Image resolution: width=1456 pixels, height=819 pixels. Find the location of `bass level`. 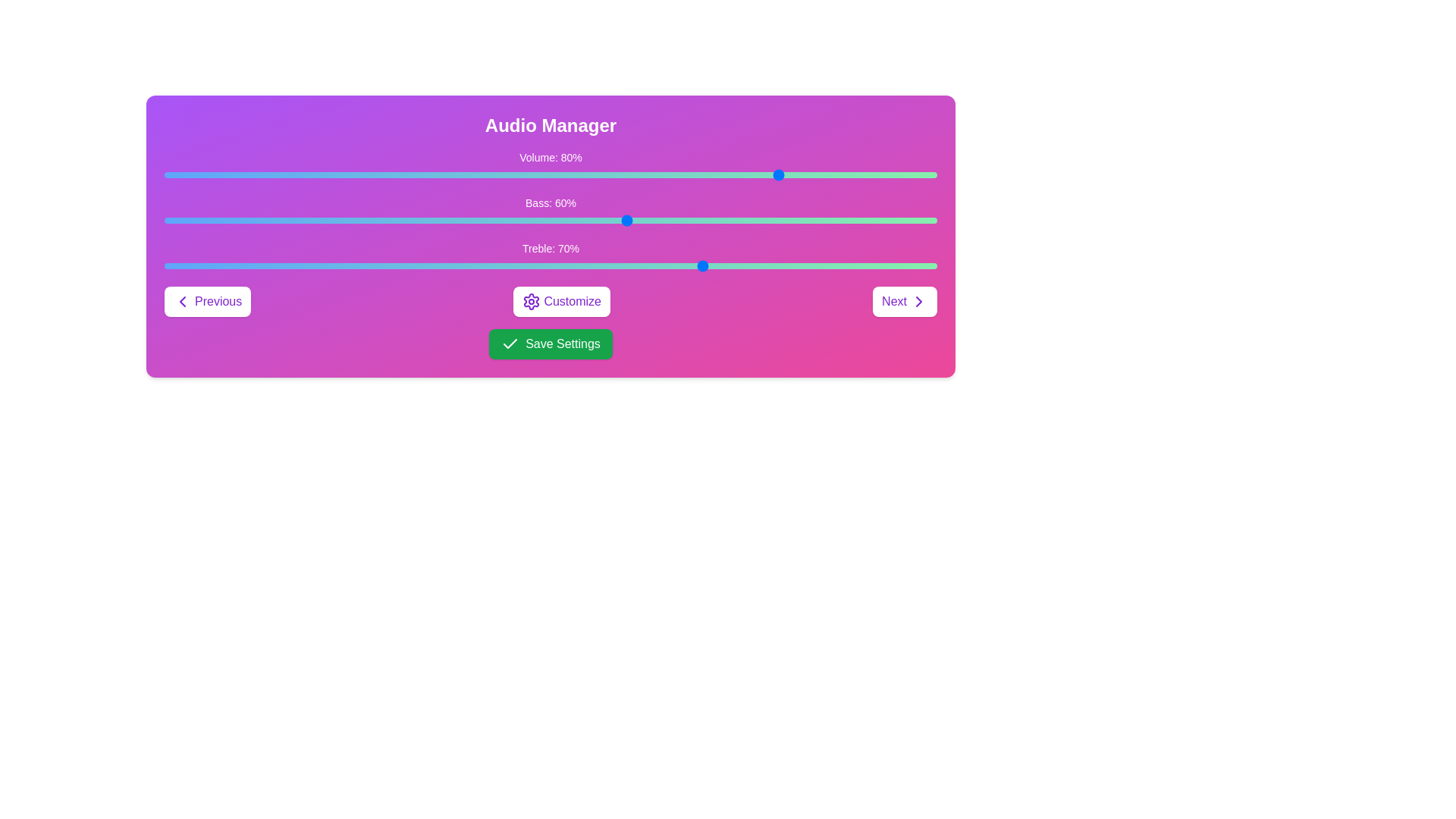

bass level is located at coordinates (681, 220).